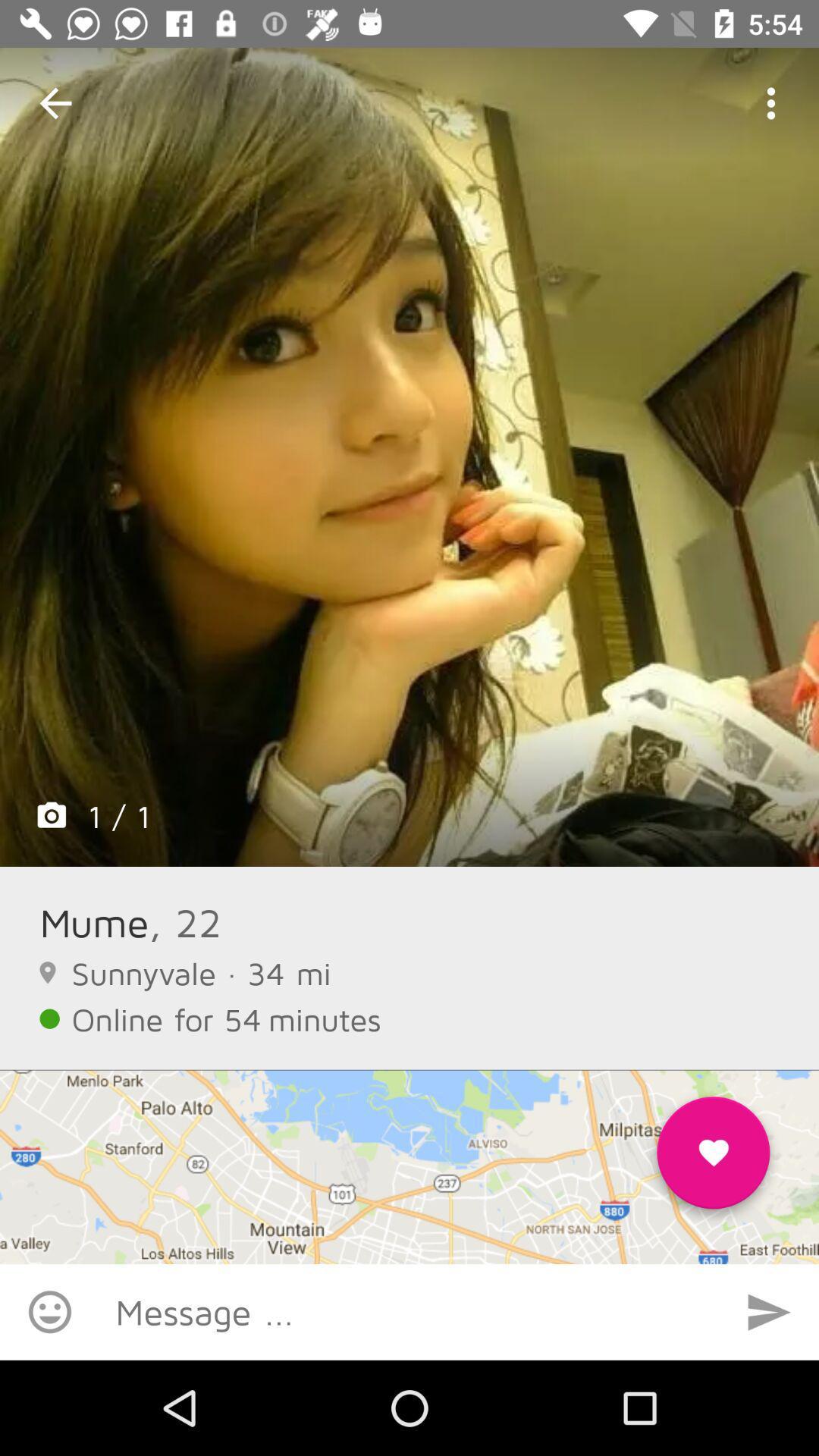 The width and height of the screenshot is (819, 1456). I want to click on type message, so click(409, 1310).